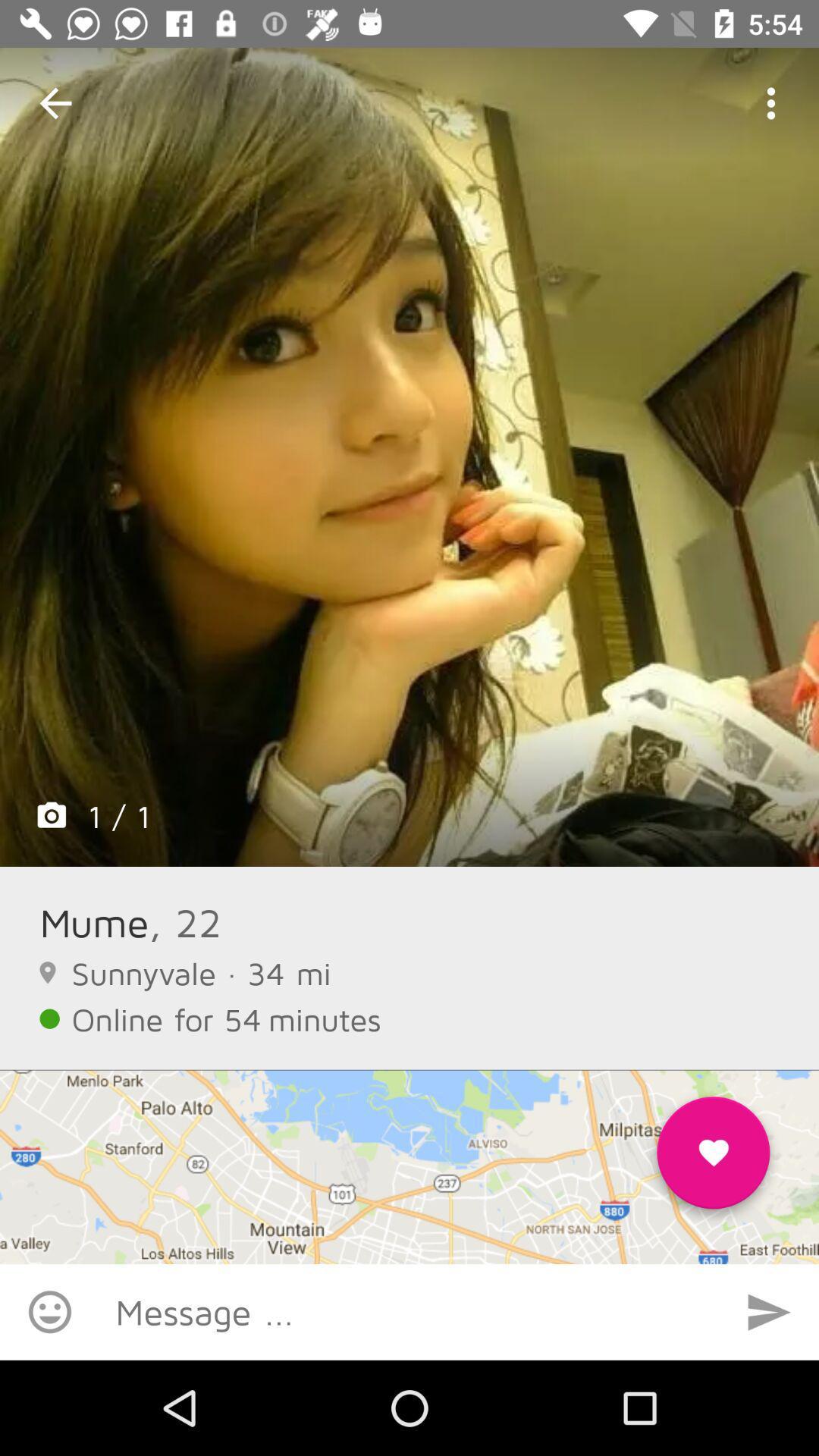 The width and height of the screenshot is (819, 1456). I want to click on type message, so click(409, 1310).